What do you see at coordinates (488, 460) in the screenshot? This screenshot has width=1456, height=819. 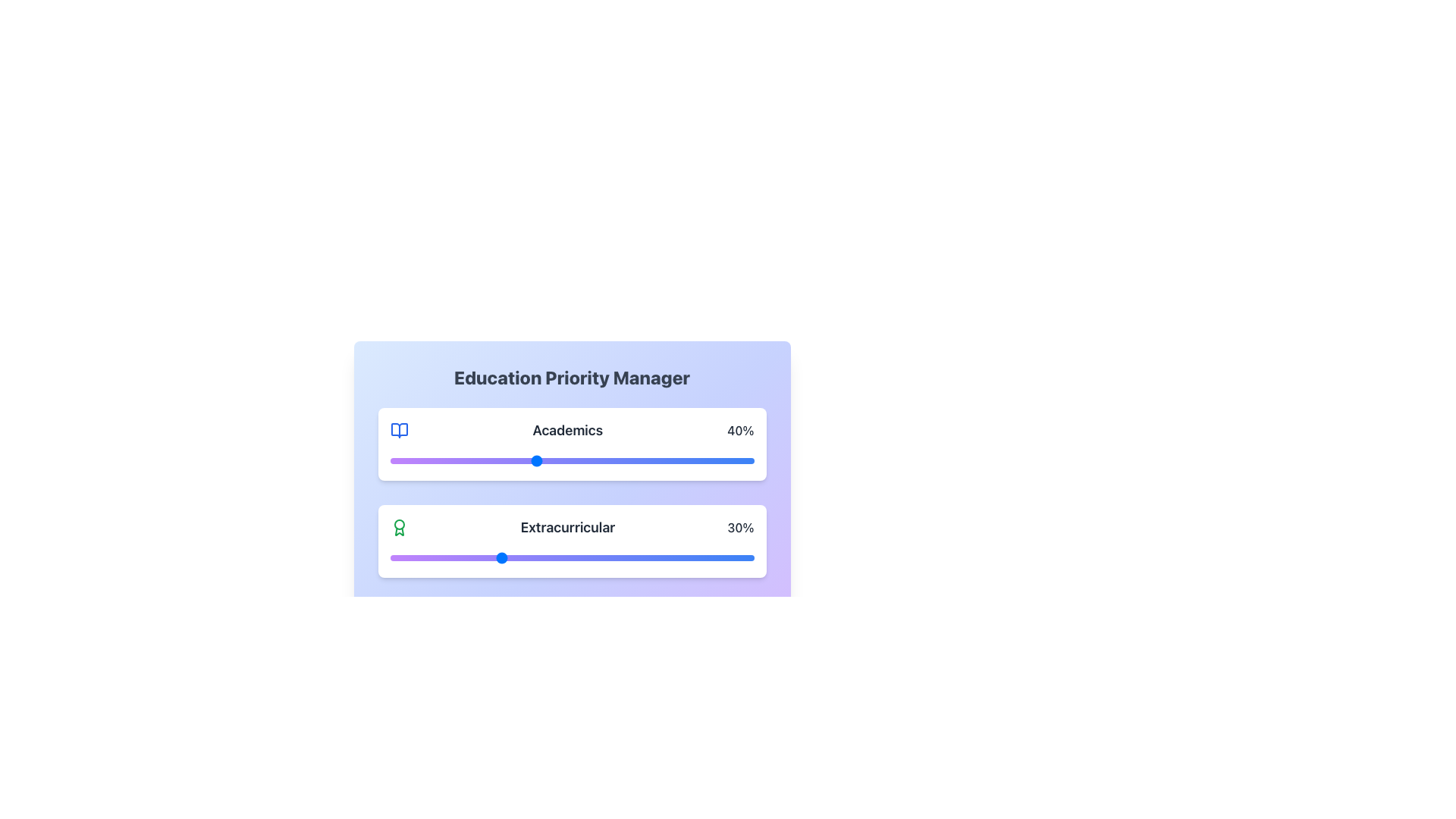 I see `the slider value` at bounding box center [488, 460].